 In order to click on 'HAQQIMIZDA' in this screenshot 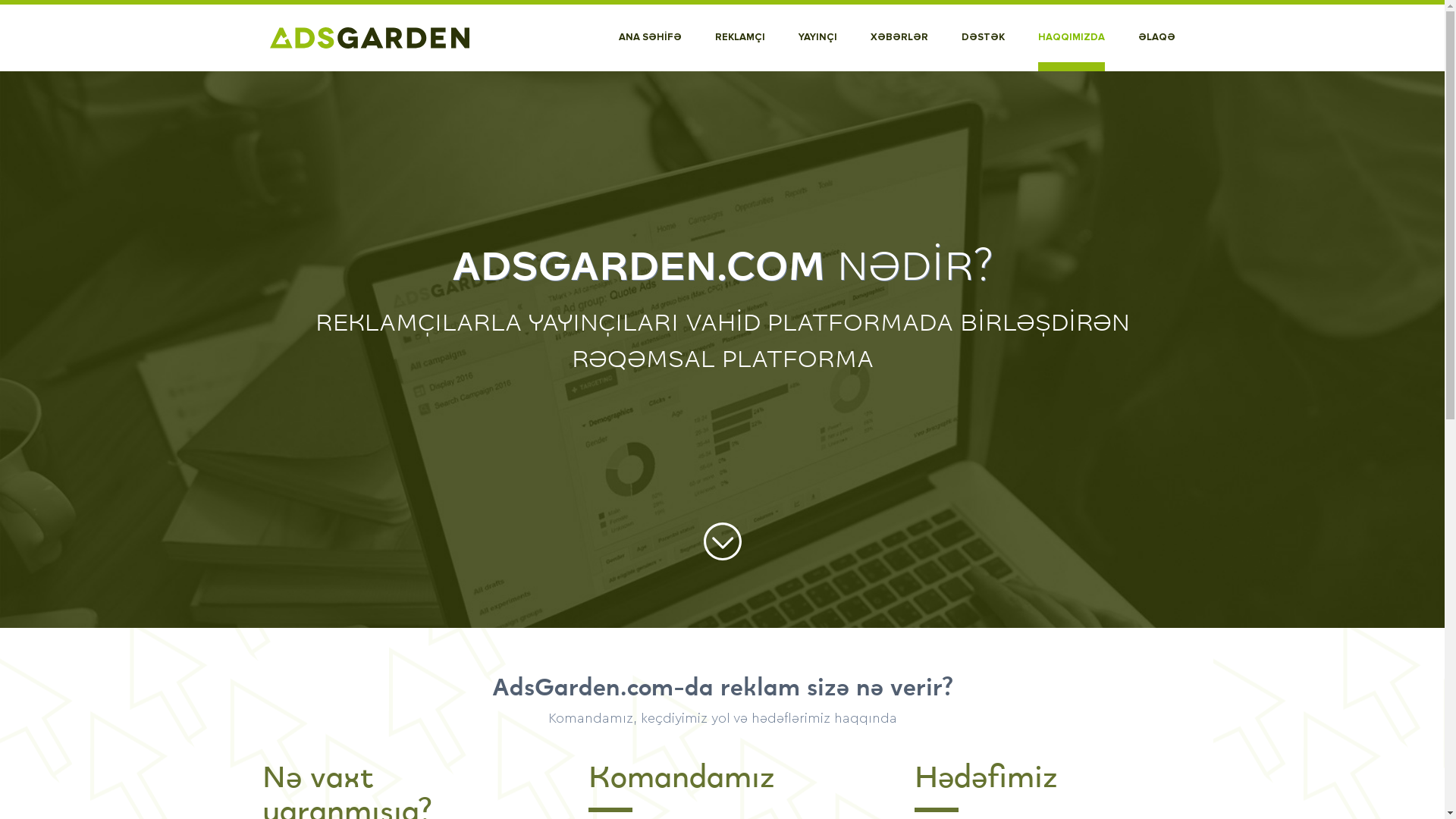, I will do `click(1069, 37)`.